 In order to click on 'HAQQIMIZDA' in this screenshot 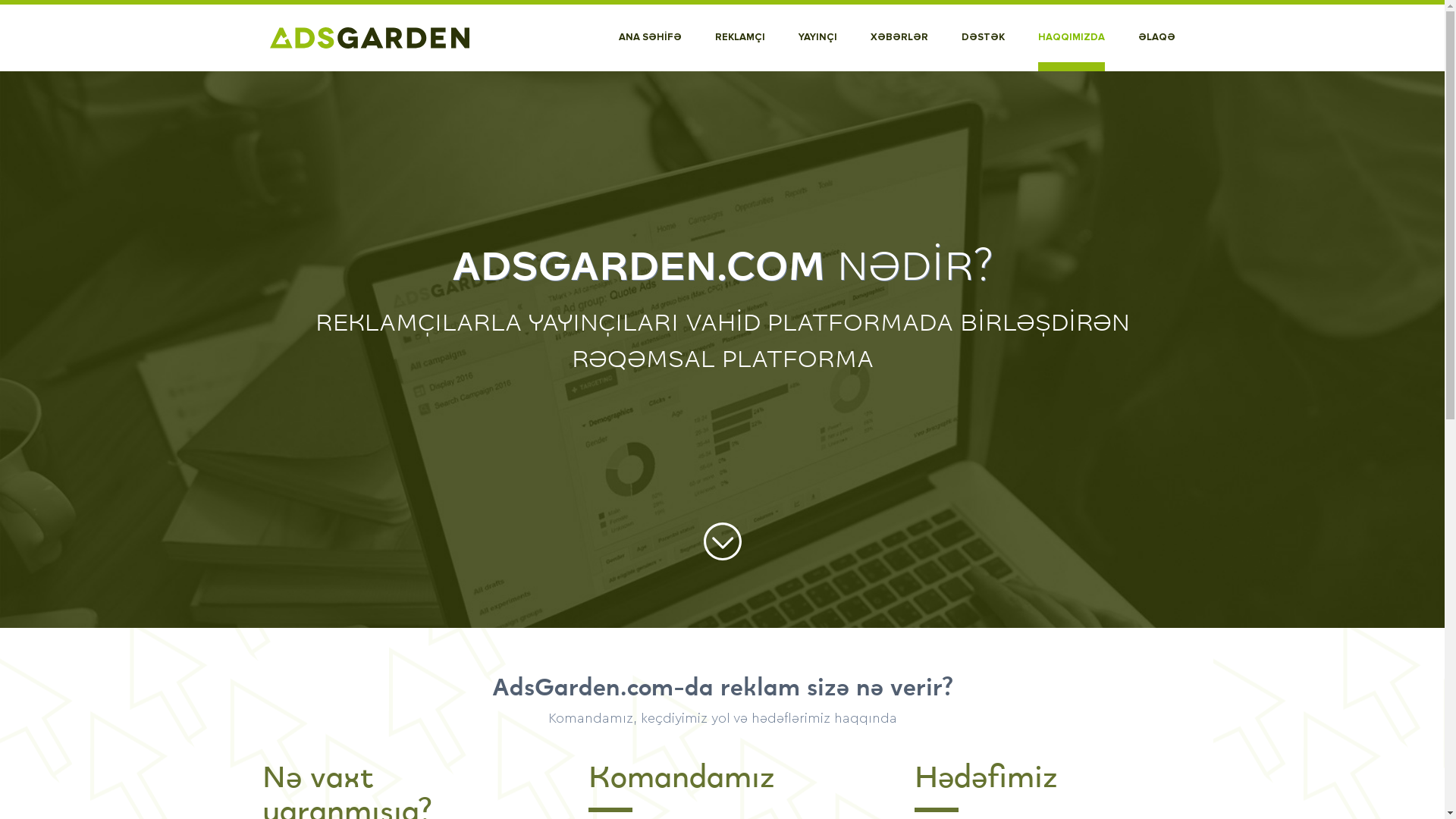, I will do `click(1069, 37)`.